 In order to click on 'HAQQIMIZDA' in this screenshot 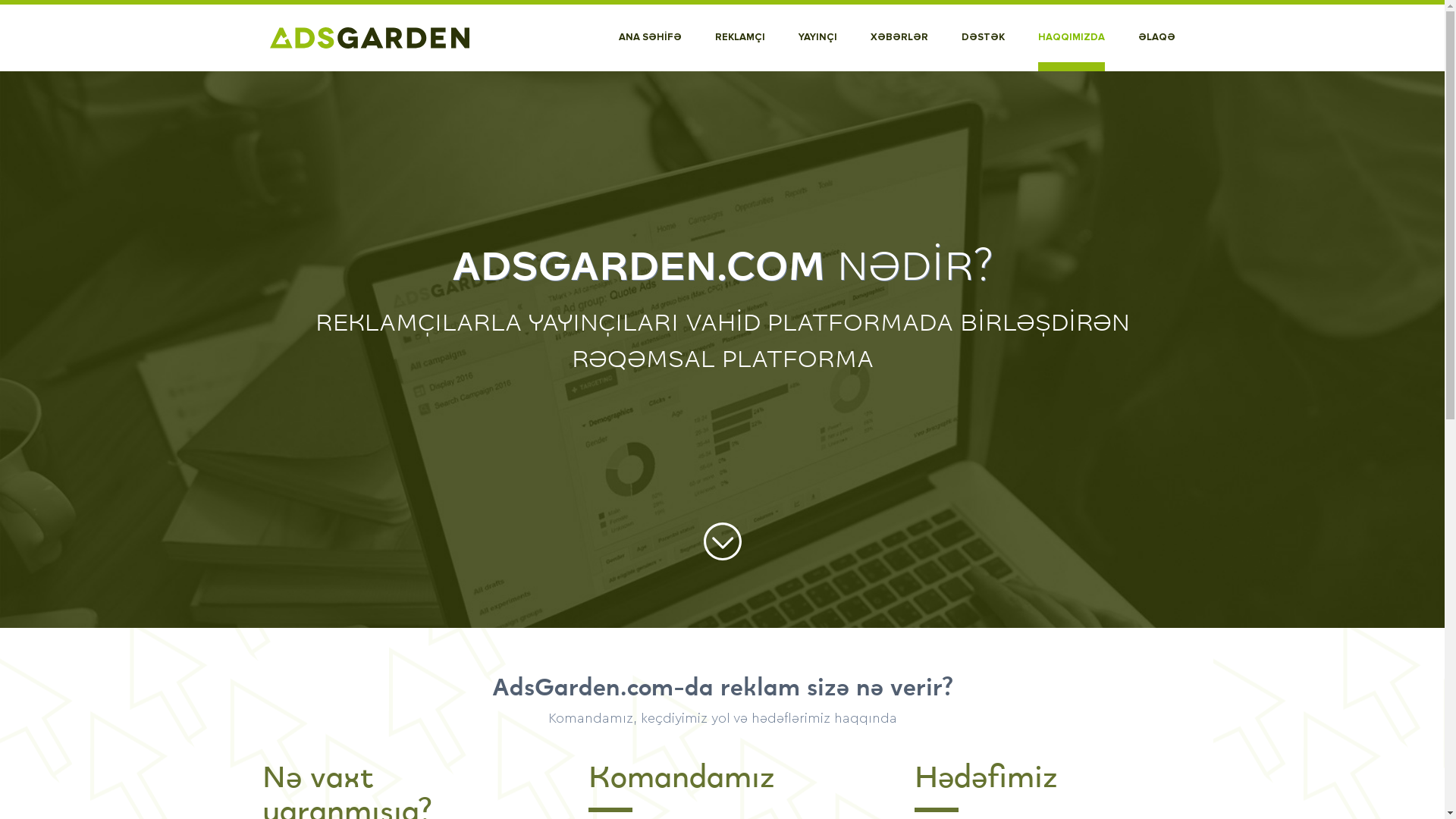, I will do `click(1069, 37)`.